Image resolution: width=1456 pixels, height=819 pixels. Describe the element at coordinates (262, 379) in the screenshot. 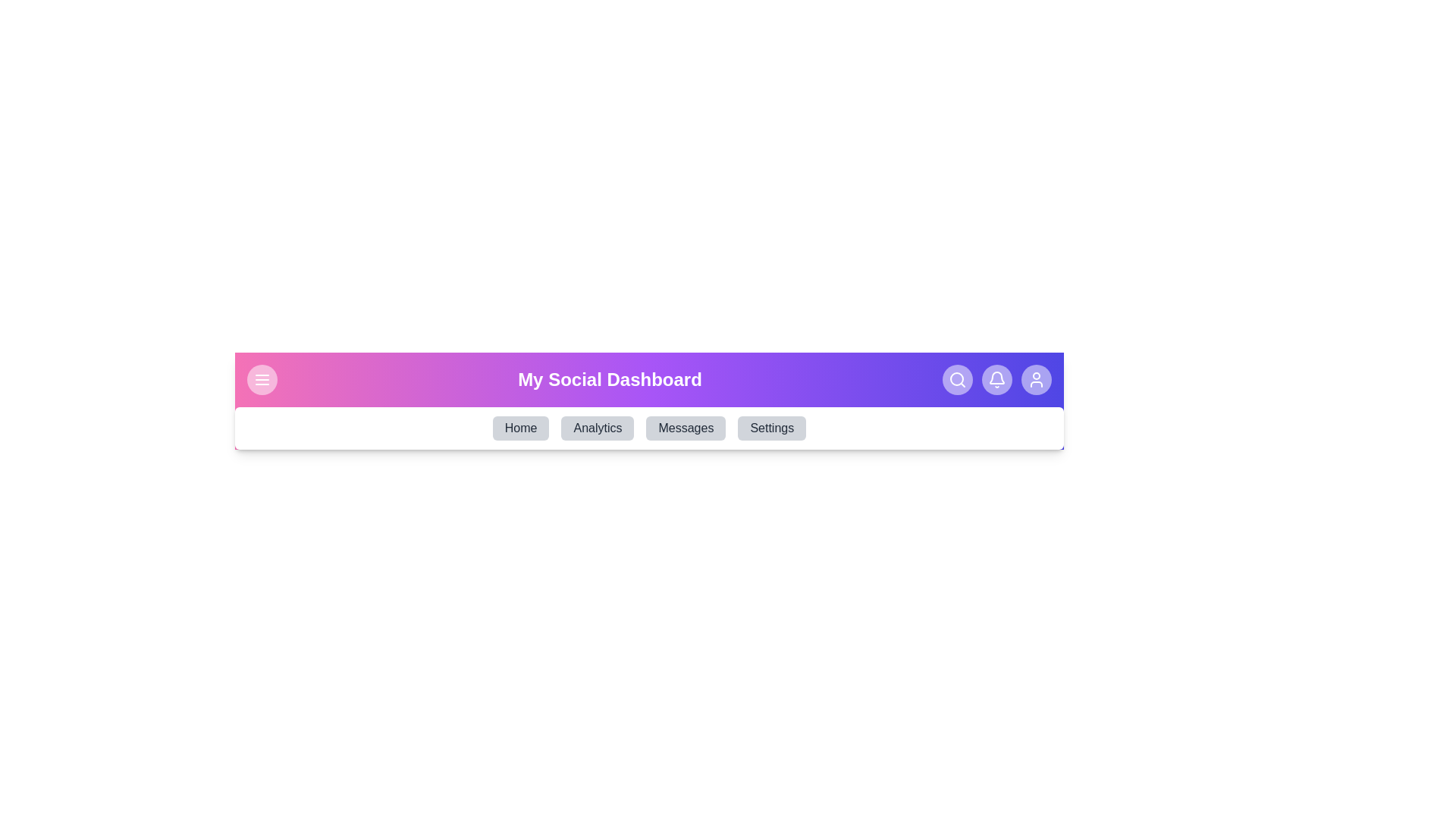

I see `the menu button to toggle the menu visibility` at that location.